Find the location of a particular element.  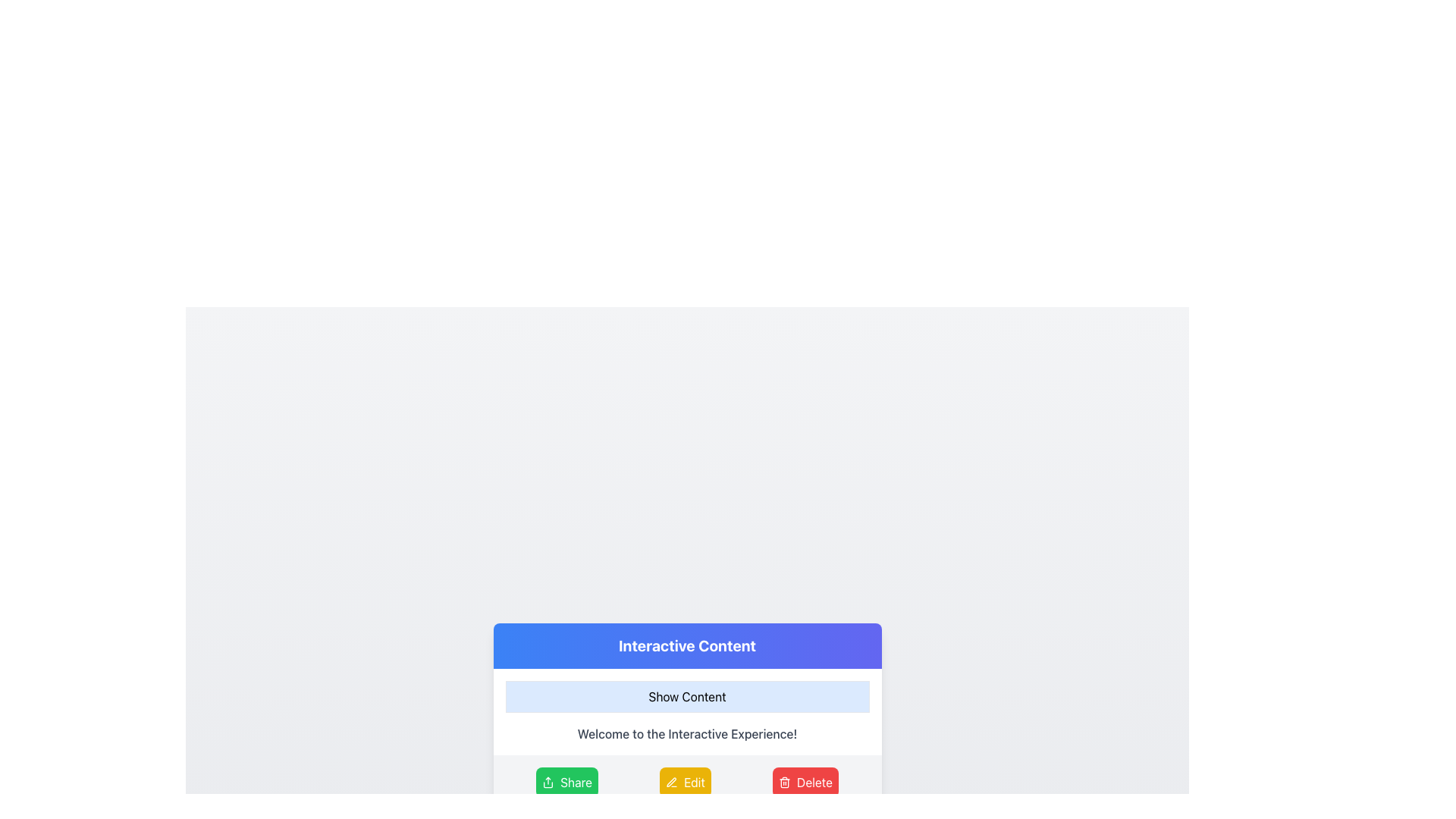

the 'Delete' button, which is the third button on the bottom row with white text on a red background is located at coordinates (814, 783).